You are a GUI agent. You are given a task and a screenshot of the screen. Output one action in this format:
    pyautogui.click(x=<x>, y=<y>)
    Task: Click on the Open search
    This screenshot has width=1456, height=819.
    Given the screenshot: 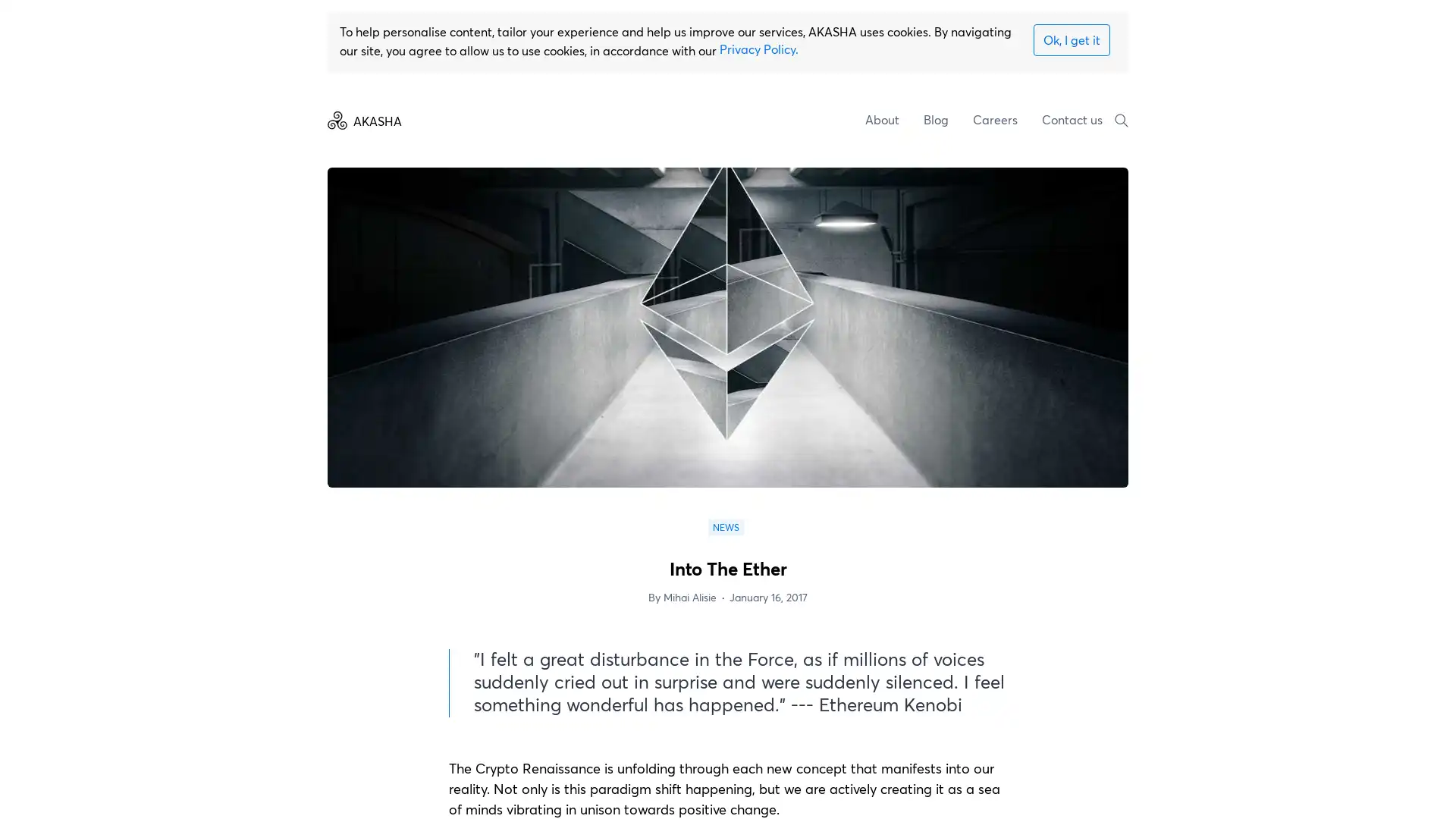 What is the action you would take?
    pyautogui.click(x=1121, y=119)
    